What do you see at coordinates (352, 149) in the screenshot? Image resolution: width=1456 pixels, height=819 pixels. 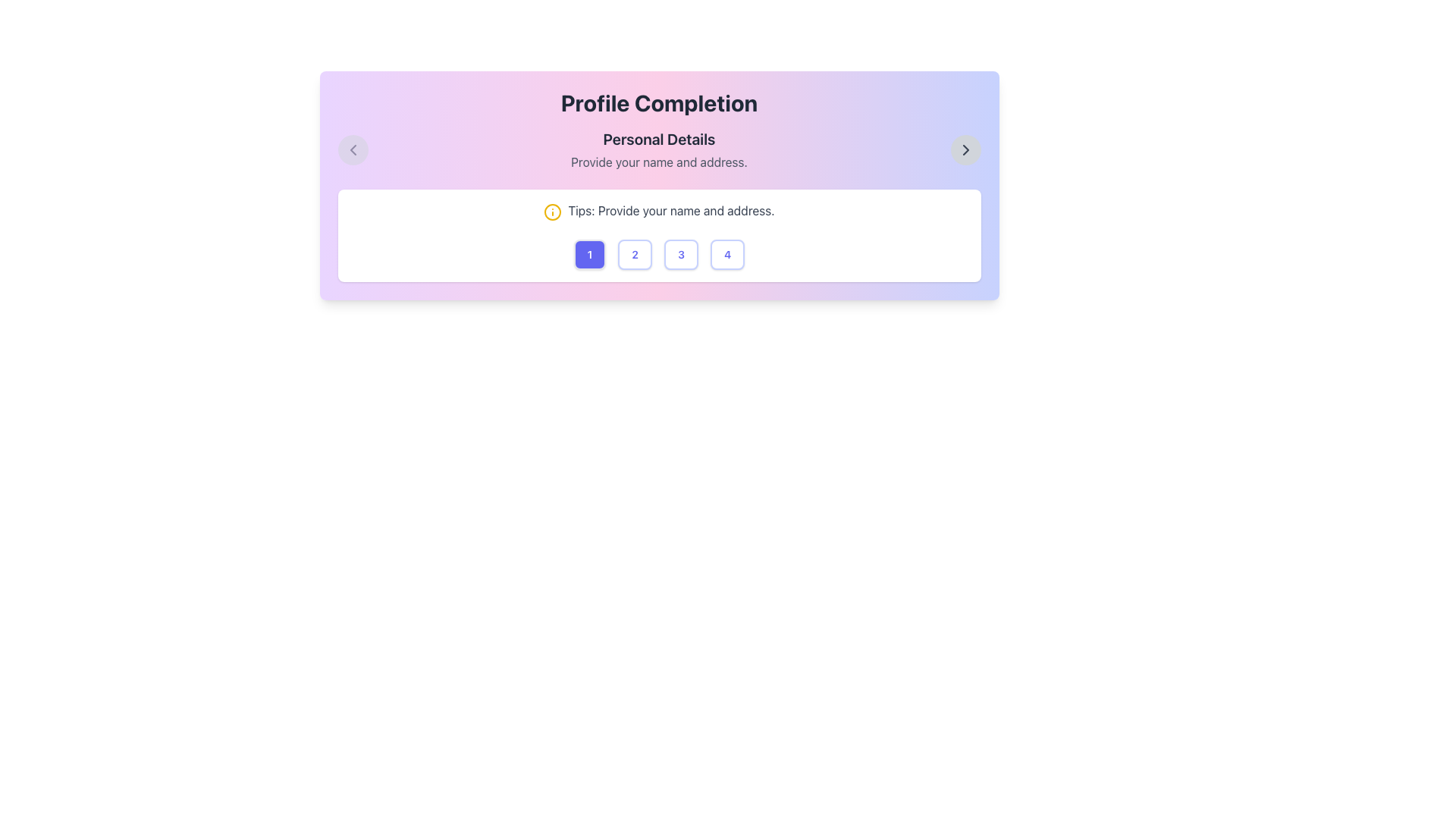 I see `the button located in the header section of the 'Profile Completion' card` at bounding box center [352, 149].